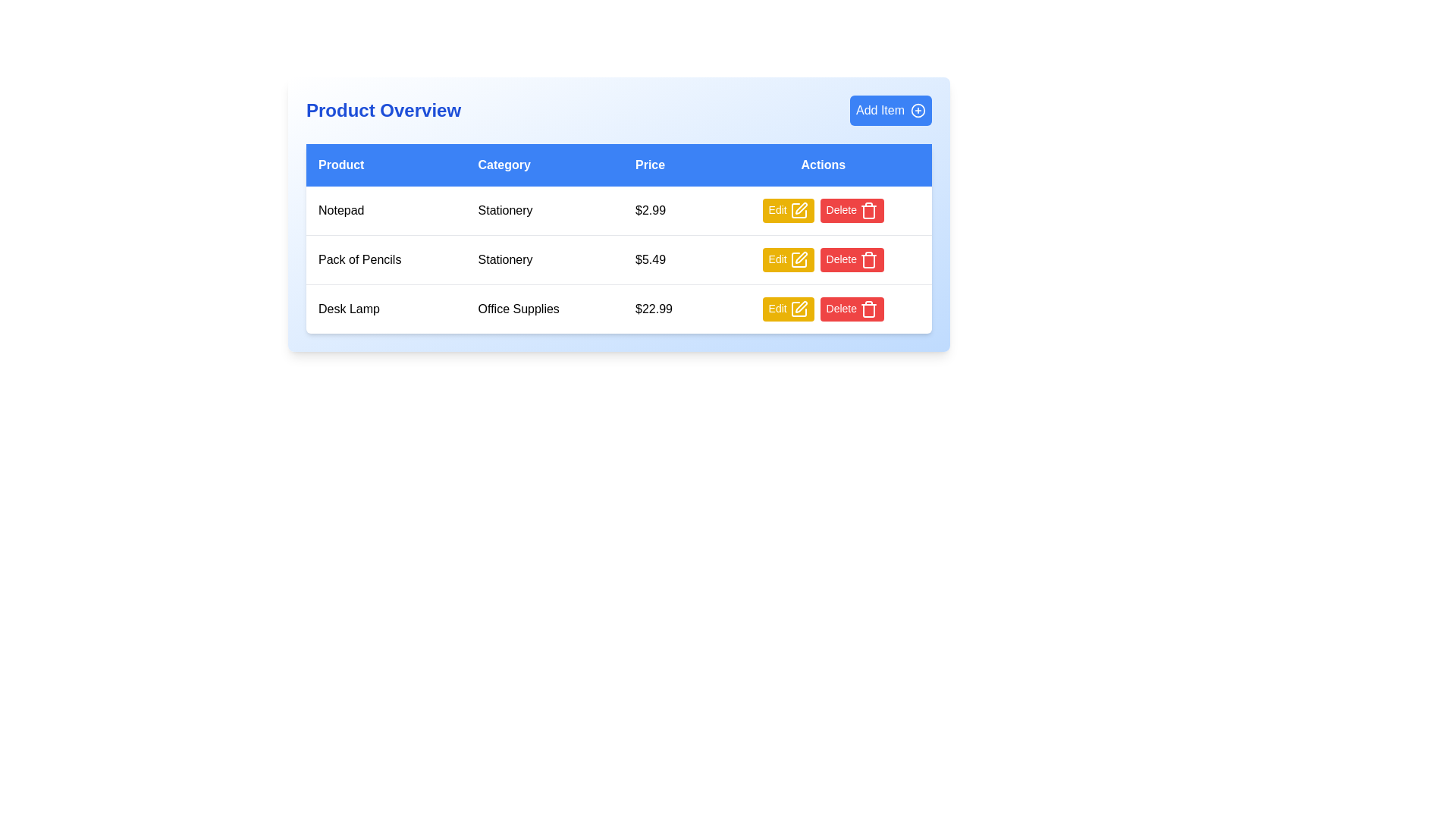 This screenshot has width=1456, height=819. I want to click on the text element displaying the price '$22.99' located in the 'Price' column of the table, positioned in the third row, adjacent to 'Office Supplies' on the left and 'Edit' and 'Delete' buttons on the right, so click(668, 308).